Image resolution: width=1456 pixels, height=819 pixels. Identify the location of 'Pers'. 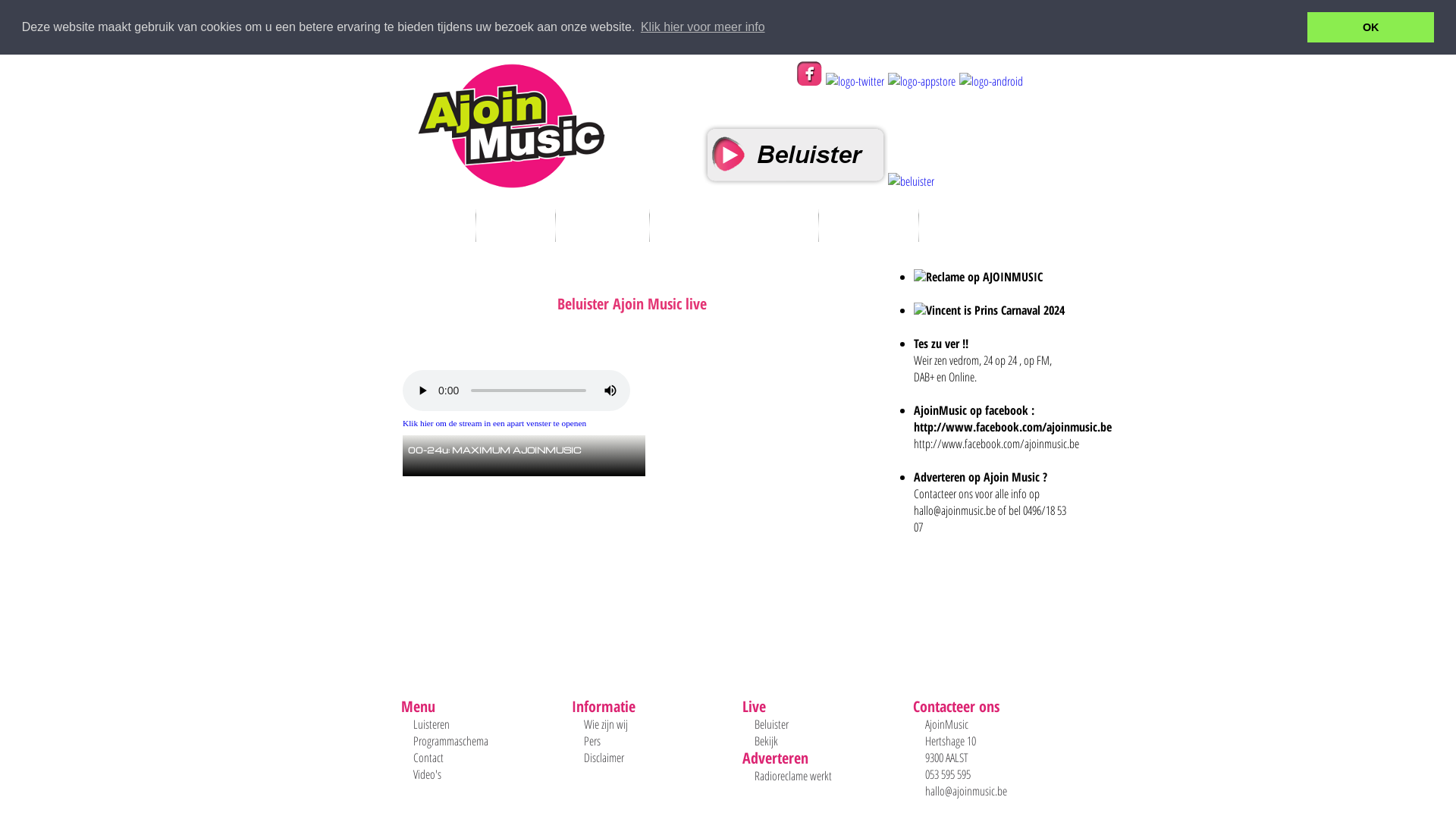
(591, 739).